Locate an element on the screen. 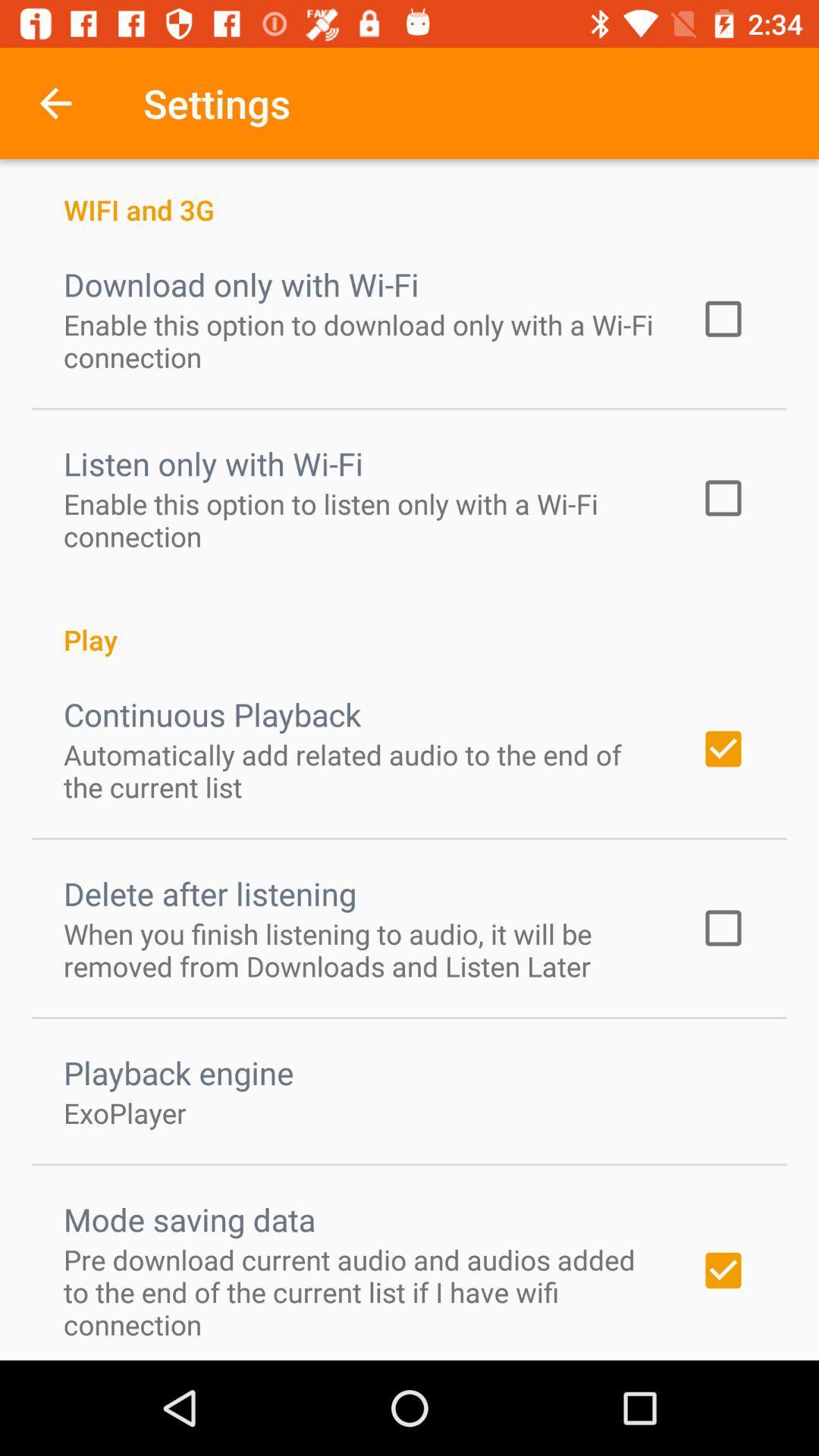 This screenshot has height=1456, width=819. the item below exoplayer item is located at coordinates (189, 1219).